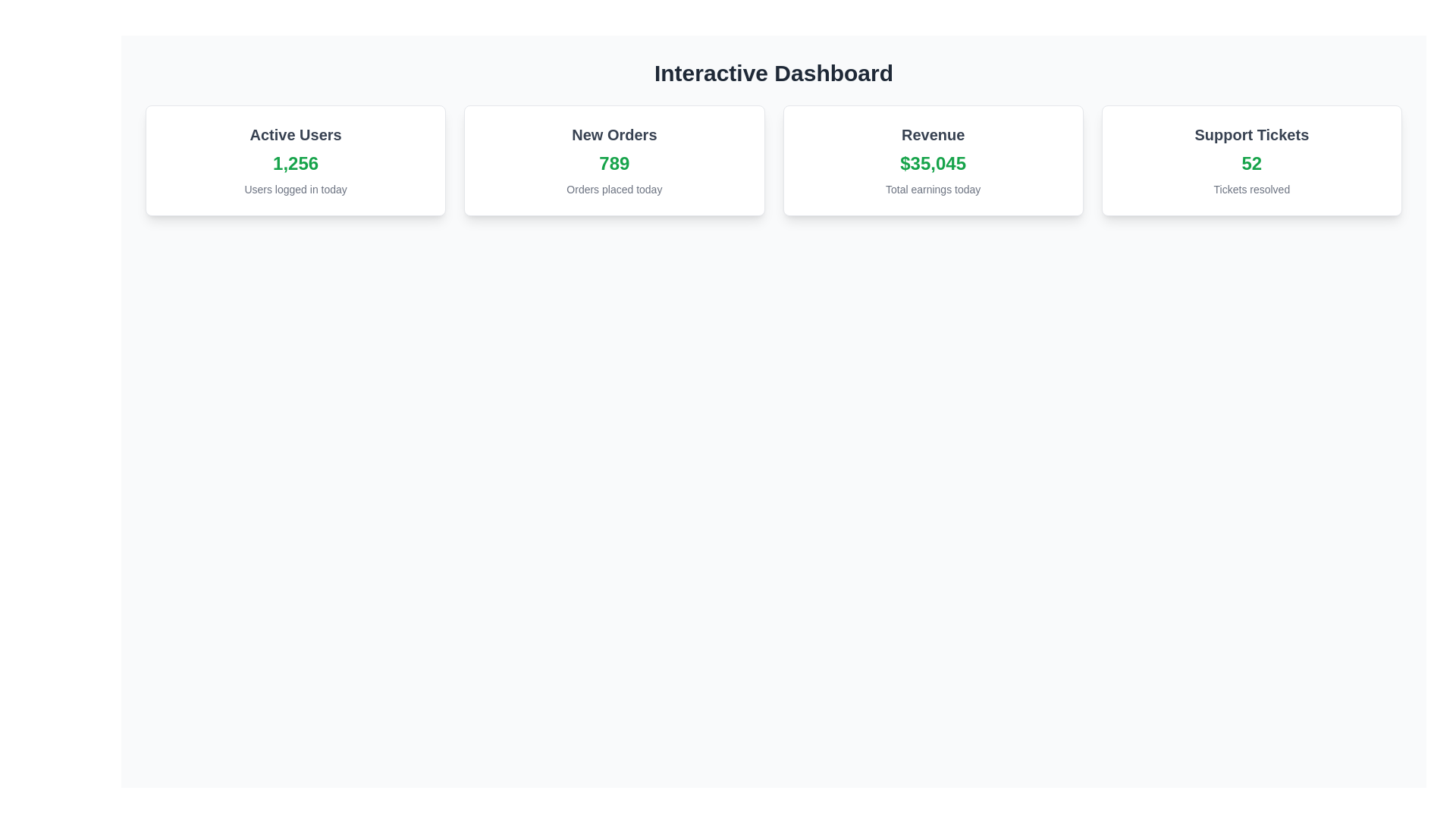 This screenshot has height=819, width=1456. What do you see at coordinates (932, 133) in the screenshot?
I see `the header label positioned at the top center of the card, which provides context for the displayed statistics below it` at bounding box center [932, 133].